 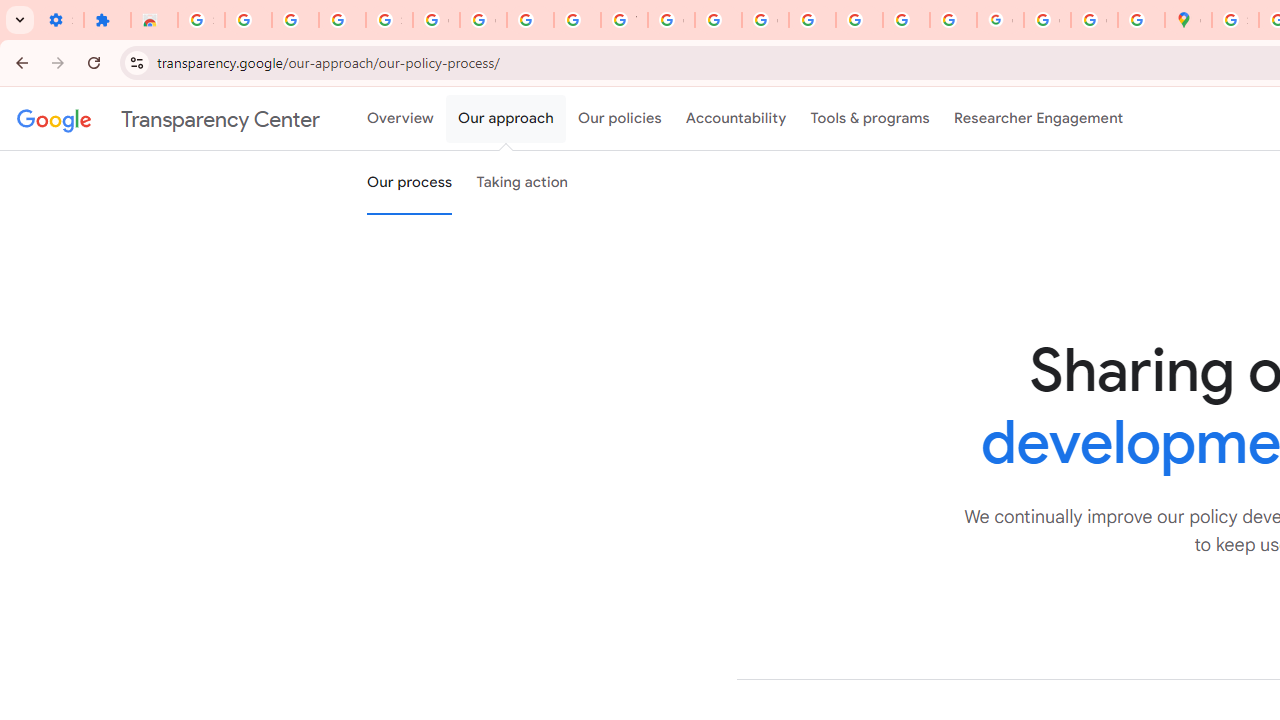 What do you see at coordinates (153, 20) in the screenshot?
I see `'Reviews: Helix Fruit Jump Arcade Game'` at bounding box center [153, 20].